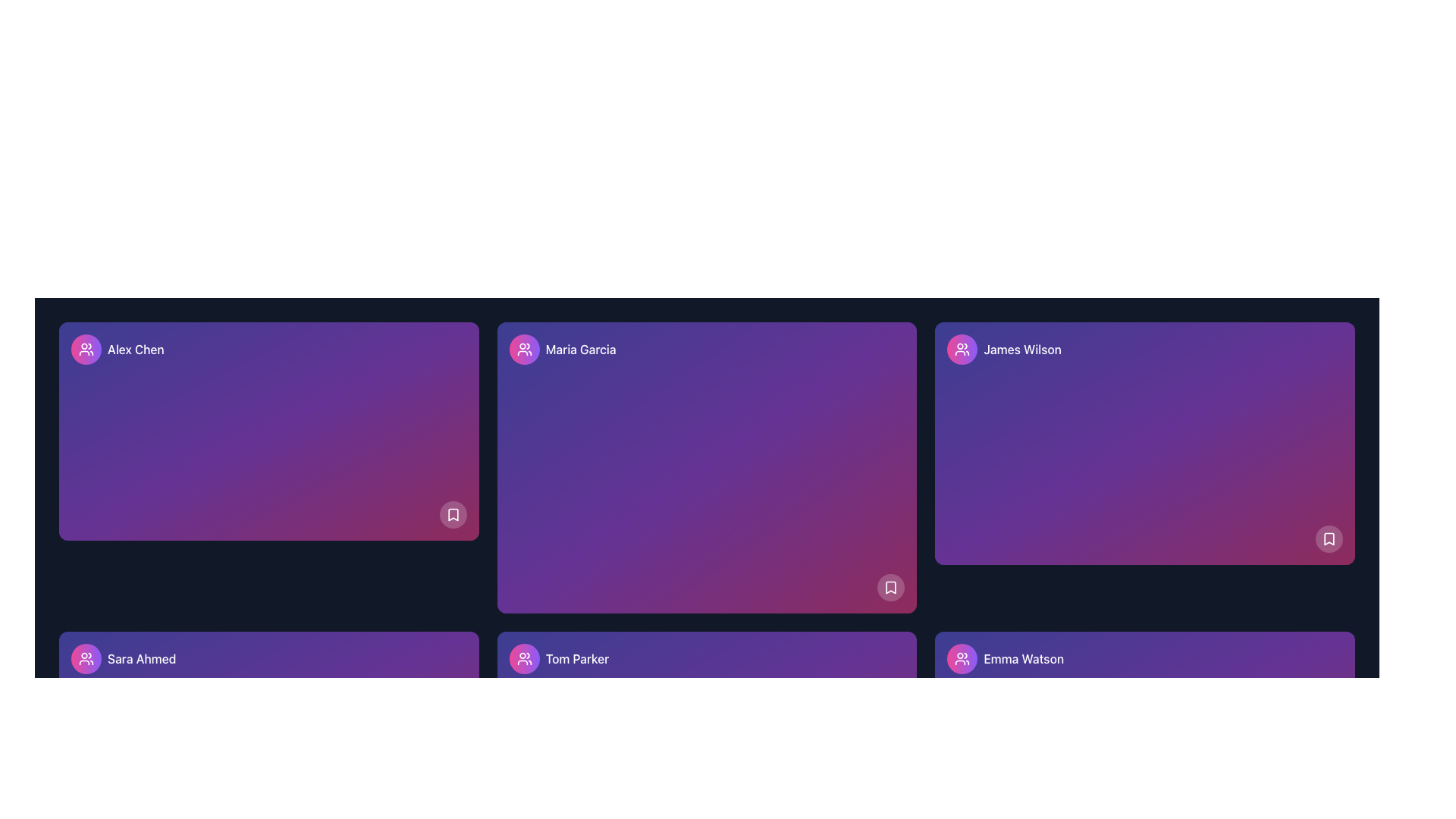 The image size is (1456, 819). What do you see at coordinates (1022, 350) in the screenshot?
I see `the name display label located at the top-center of the card interface in the top-right corner` at bounding box center [1022, 350].